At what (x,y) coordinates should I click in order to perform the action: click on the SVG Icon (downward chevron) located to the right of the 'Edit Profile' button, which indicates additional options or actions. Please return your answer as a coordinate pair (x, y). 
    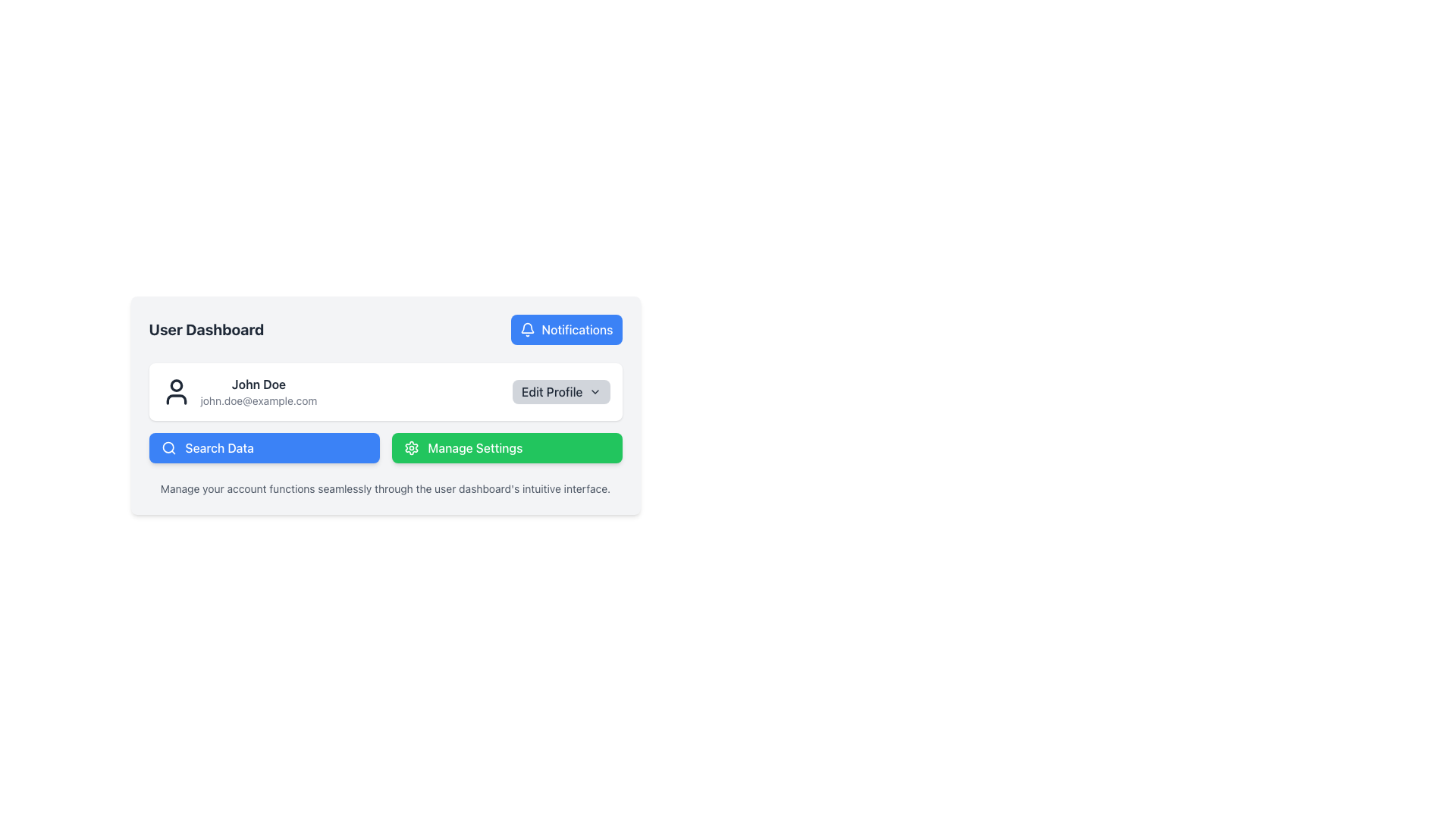
    Looking at the image, I should click on (594, 391).